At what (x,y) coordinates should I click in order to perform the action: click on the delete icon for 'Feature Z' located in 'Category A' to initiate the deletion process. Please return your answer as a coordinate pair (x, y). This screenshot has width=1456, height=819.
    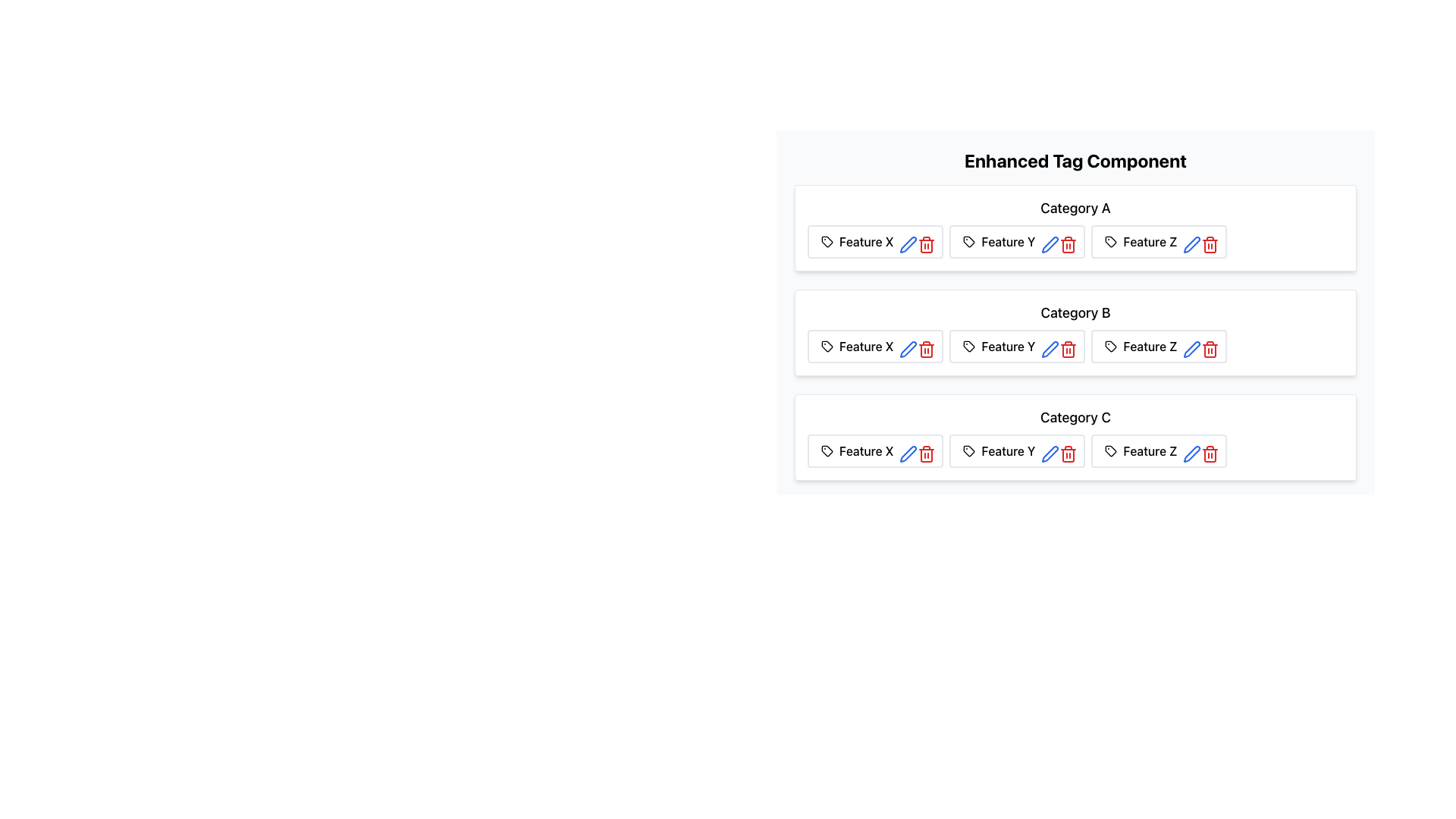
    Looking at the image, I should click on (1210, 244).